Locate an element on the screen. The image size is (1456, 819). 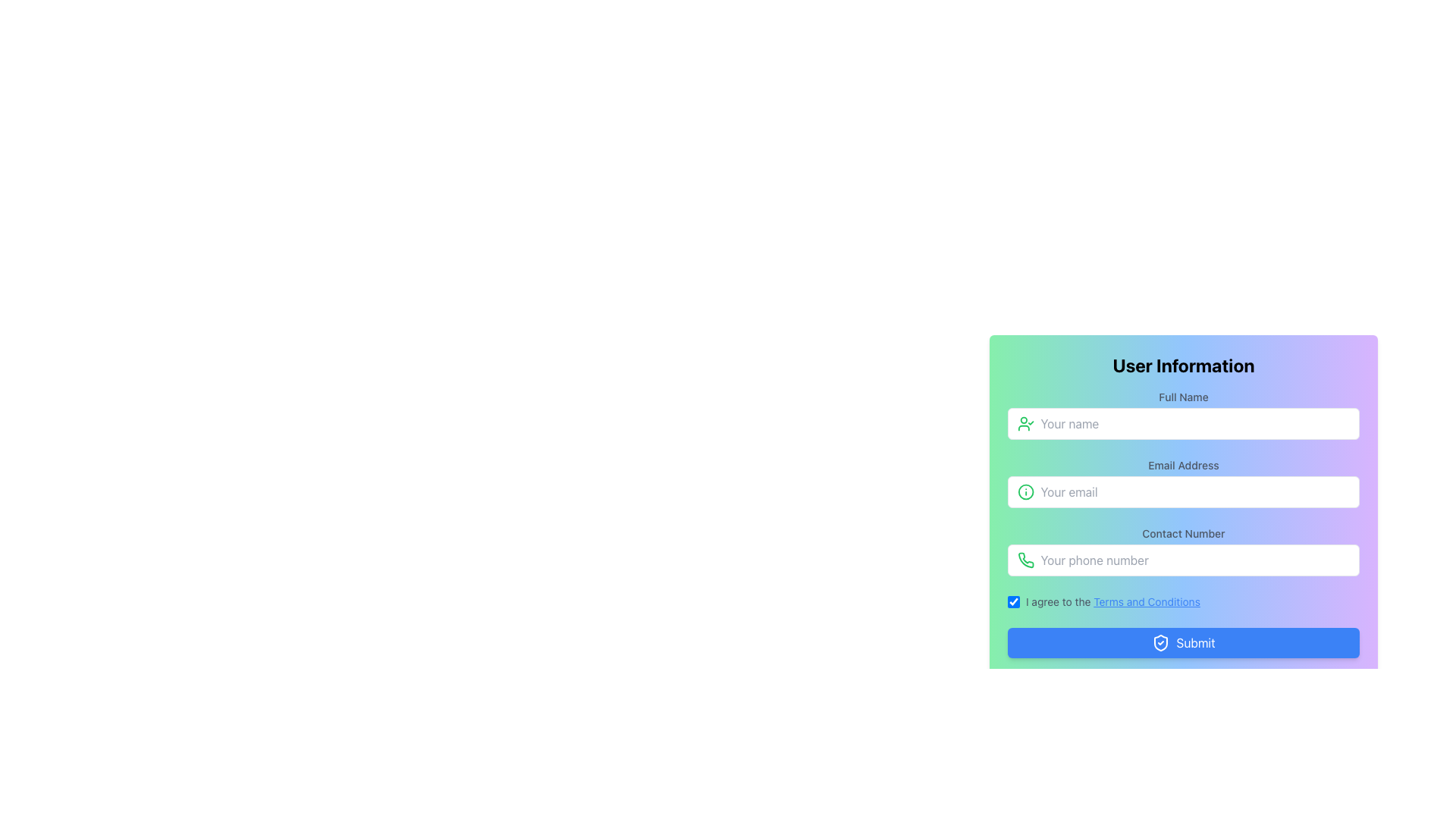
the 'Terms and Conditions' link associated with the checkbox labeled 'I agree to the Terms and Conditions' is located at coordinates (1182, 601).